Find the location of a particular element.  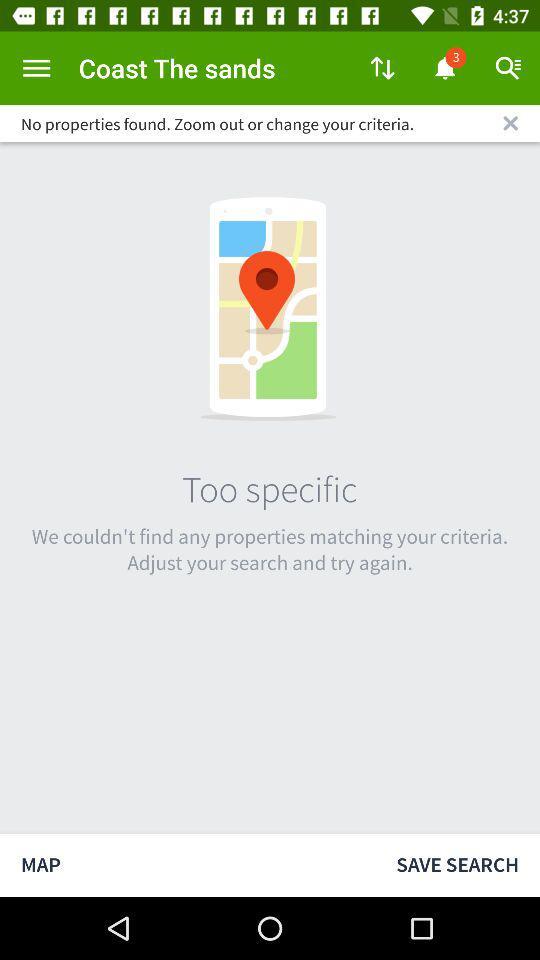

the item to the left of the coast the sands is located at coordinates (36, 68).